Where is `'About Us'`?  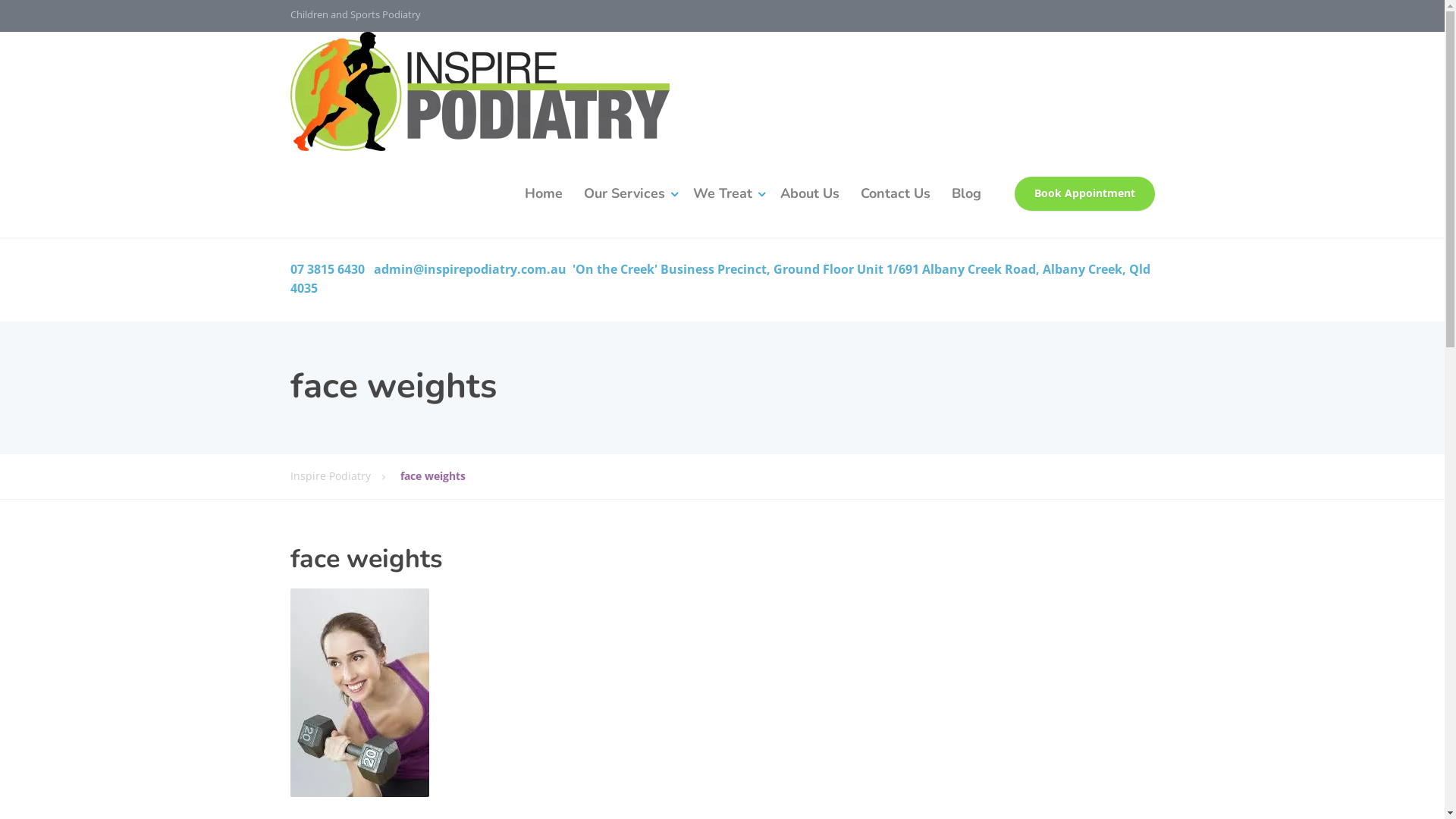
'About Us' is located at coordinates (808, 193).